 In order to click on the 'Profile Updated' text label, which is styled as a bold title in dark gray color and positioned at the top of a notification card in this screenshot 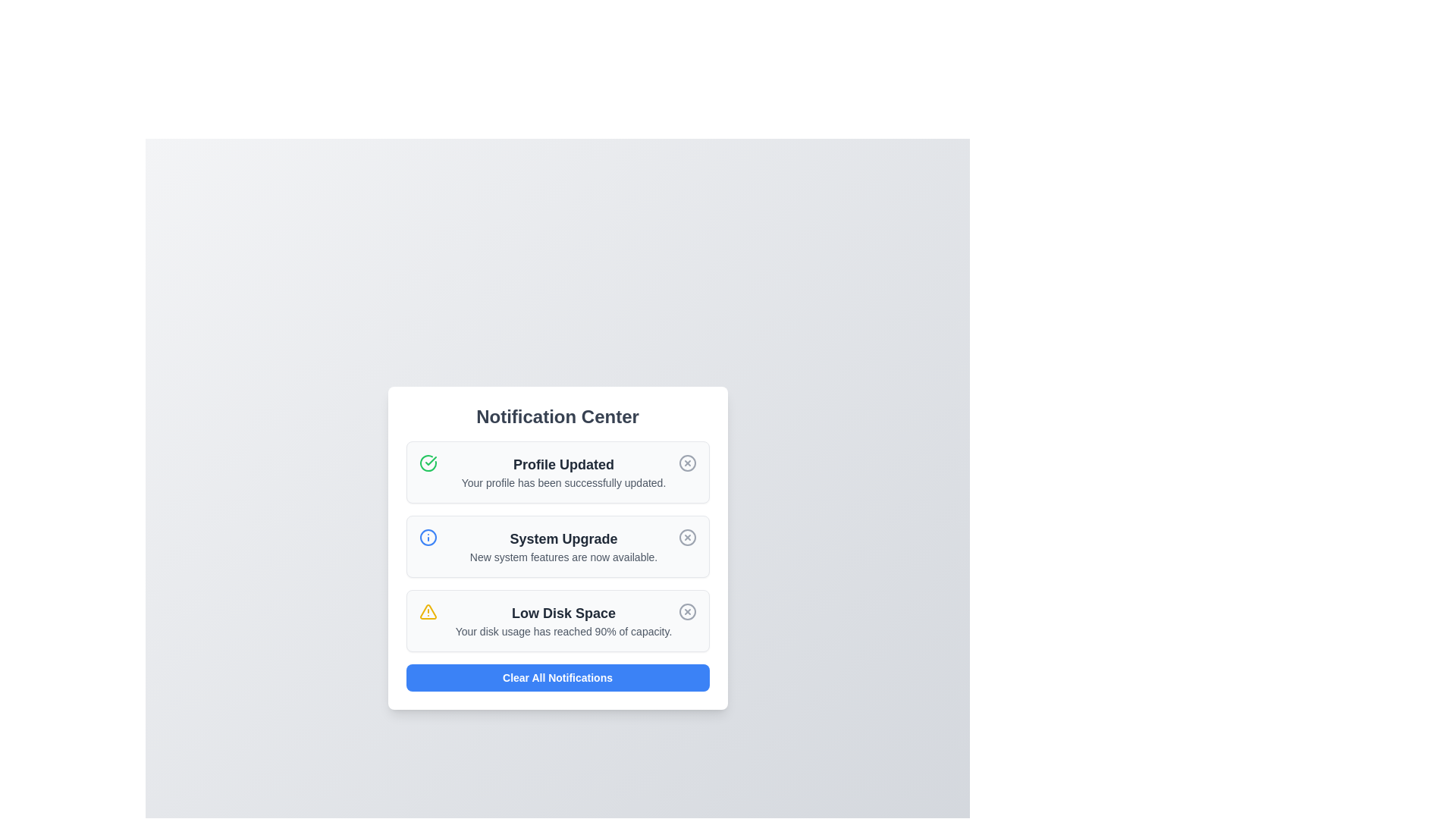, I will do `click(563, 464)`.